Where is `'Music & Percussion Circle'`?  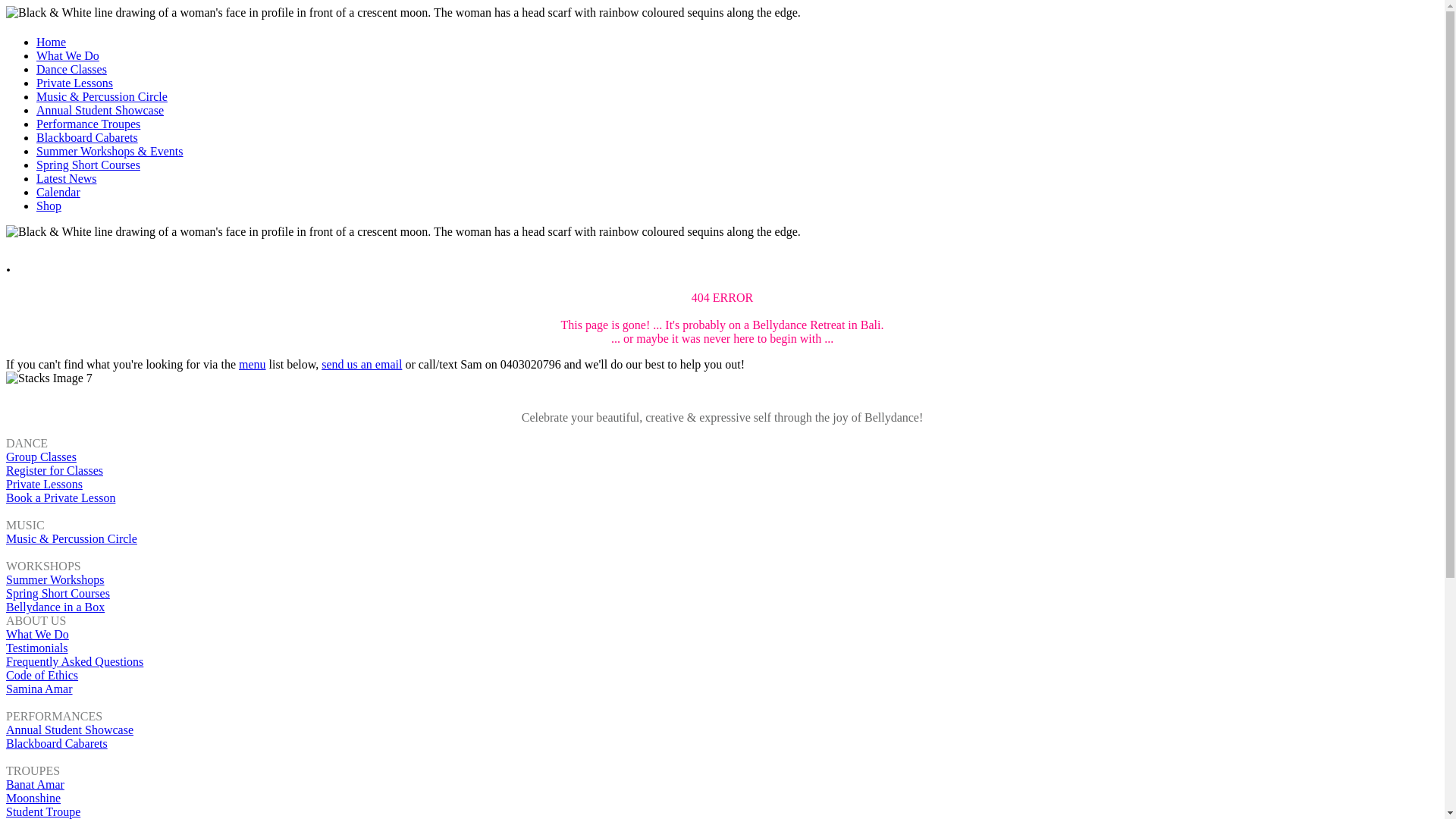 'Music & Percussion Circle' is located at coordinates (71, 538).